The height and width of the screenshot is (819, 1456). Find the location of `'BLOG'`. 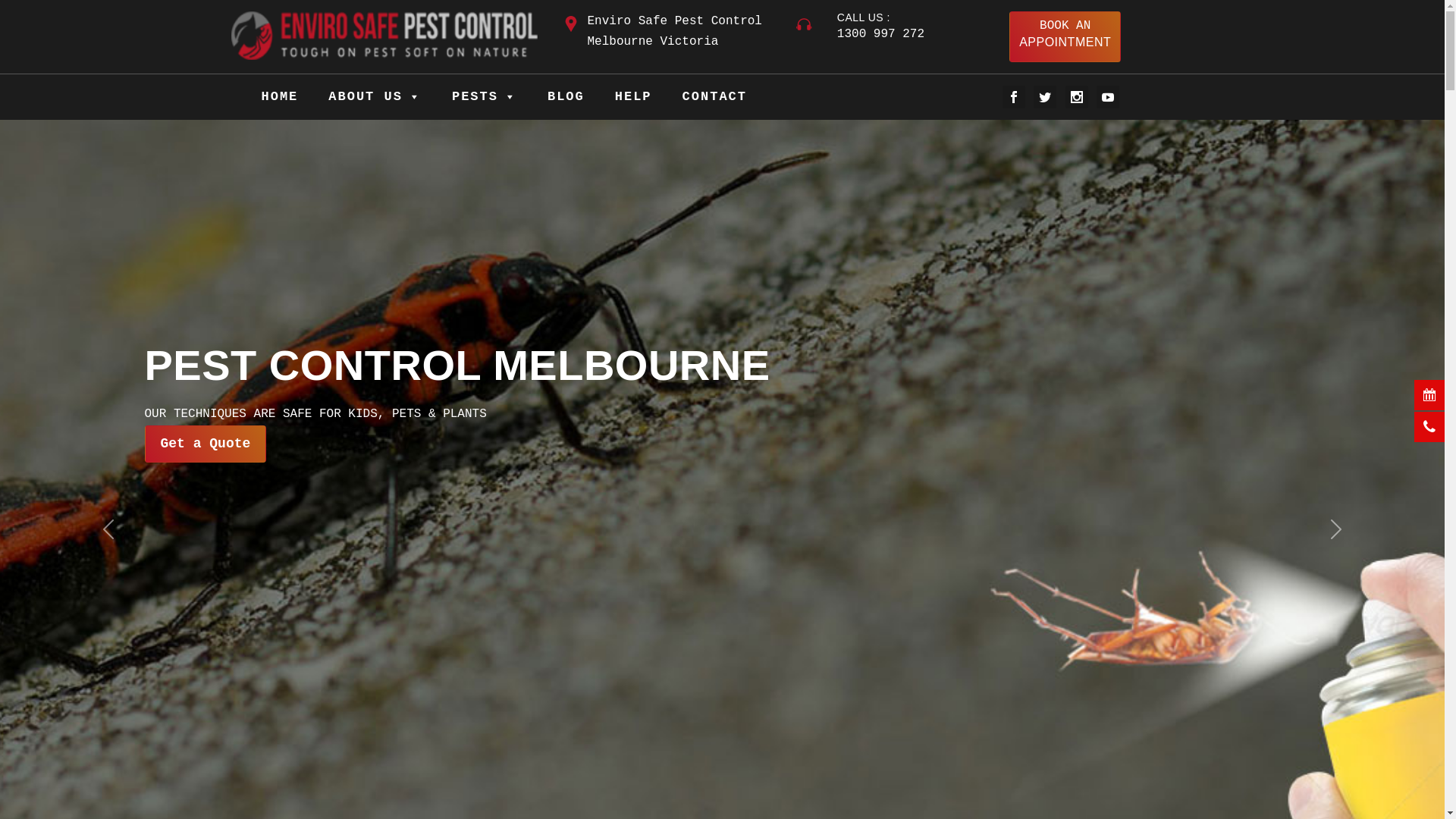

'BLOG' is located at coordinates (565, 96).